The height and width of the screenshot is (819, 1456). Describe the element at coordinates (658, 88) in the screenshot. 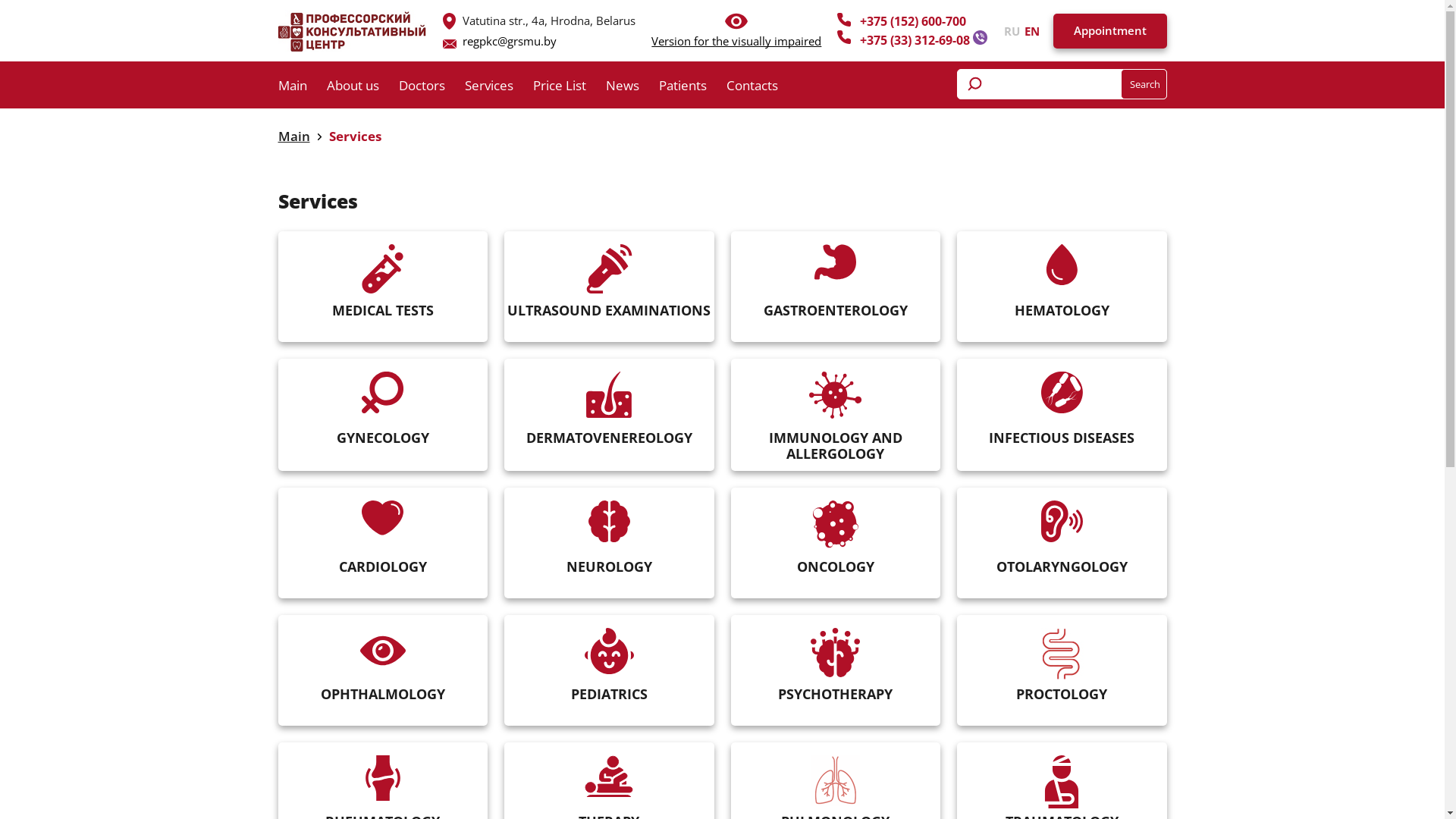

I see `'Patients'` at that location.